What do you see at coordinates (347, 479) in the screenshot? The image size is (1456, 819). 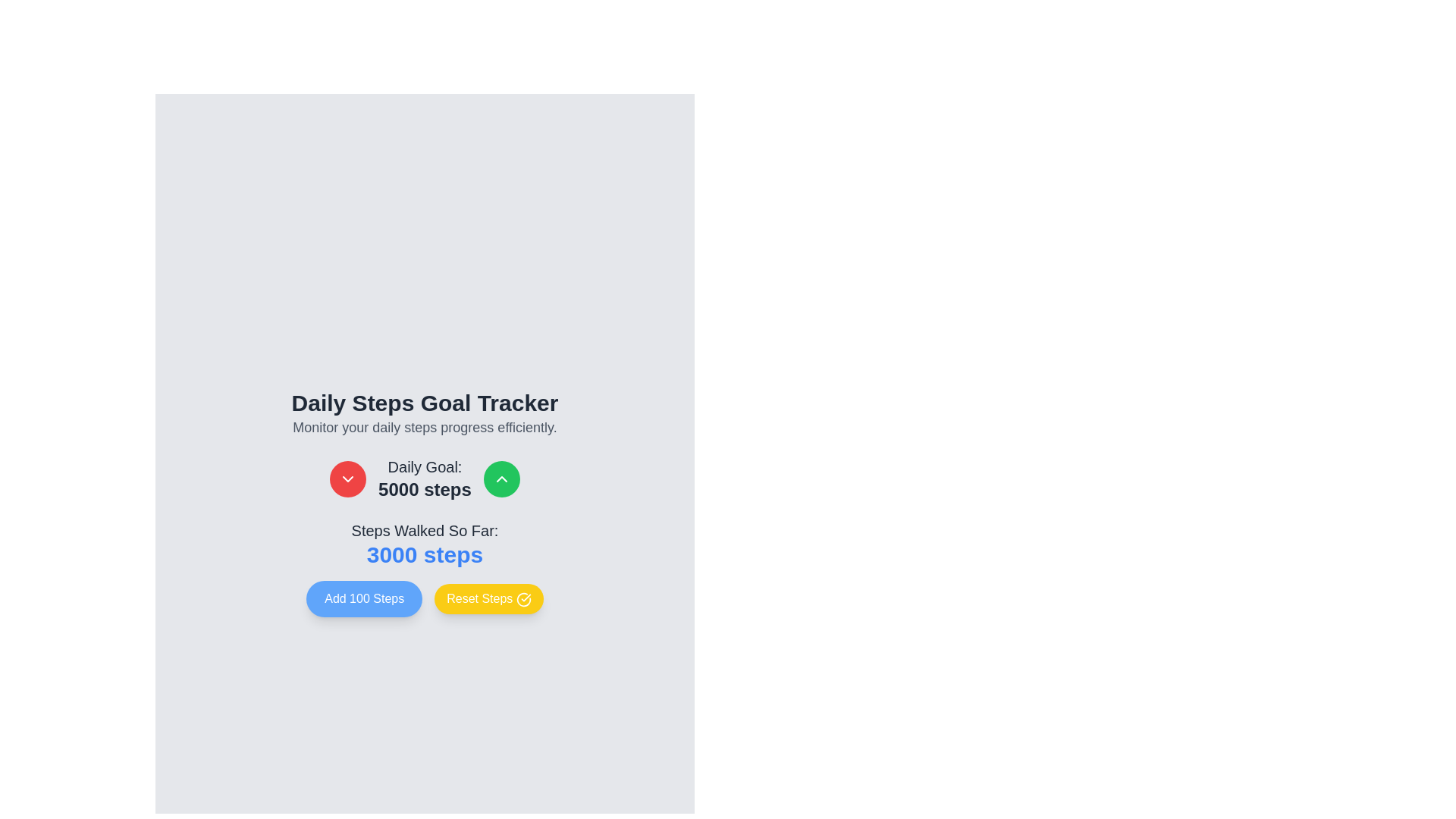 I see `the button to decrease the daily goal value, which is located to the left of the text 'Daily Goal: 5000 steps'` at bounding box center [347, 479].